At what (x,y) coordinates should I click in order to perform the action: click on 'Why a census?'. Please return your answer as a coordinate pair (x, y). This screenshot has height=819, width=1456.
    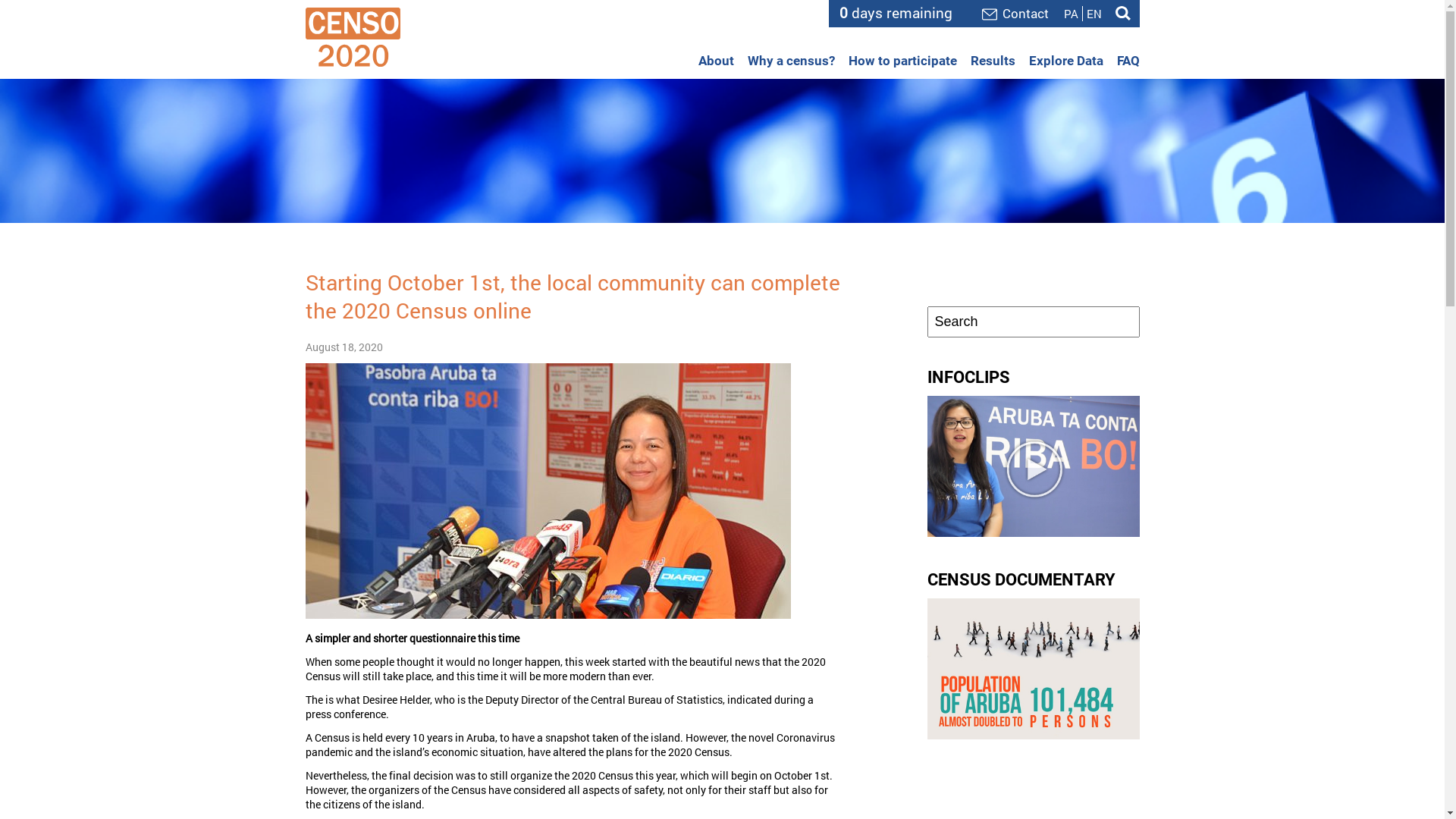
    Looking at the image, I should click on (790, 60).